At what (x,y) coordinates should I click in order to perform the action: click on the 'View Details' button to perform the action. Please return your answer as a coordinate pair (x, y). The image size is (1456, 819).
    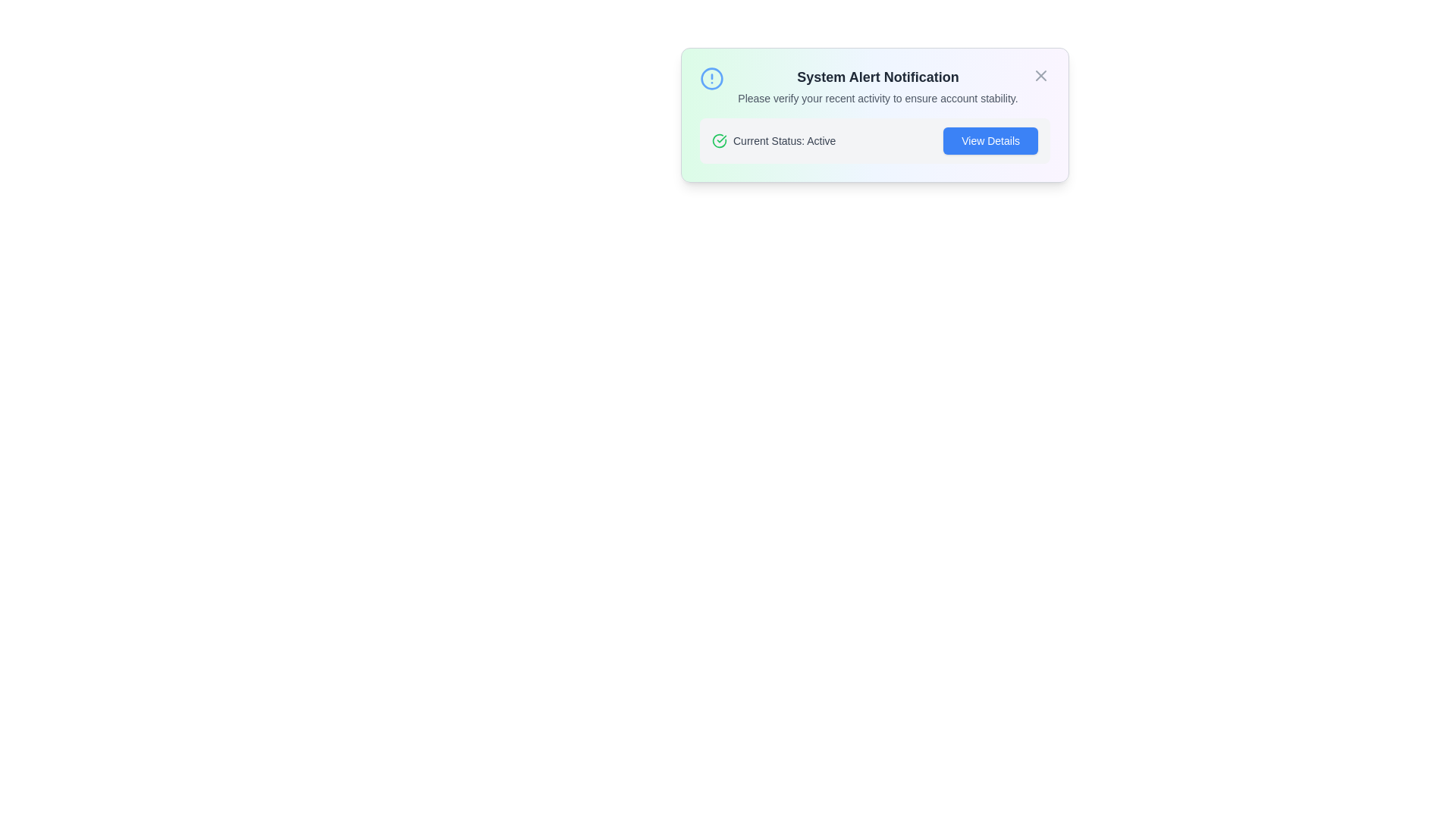
    Looking at the image, I should click on (990, 140).